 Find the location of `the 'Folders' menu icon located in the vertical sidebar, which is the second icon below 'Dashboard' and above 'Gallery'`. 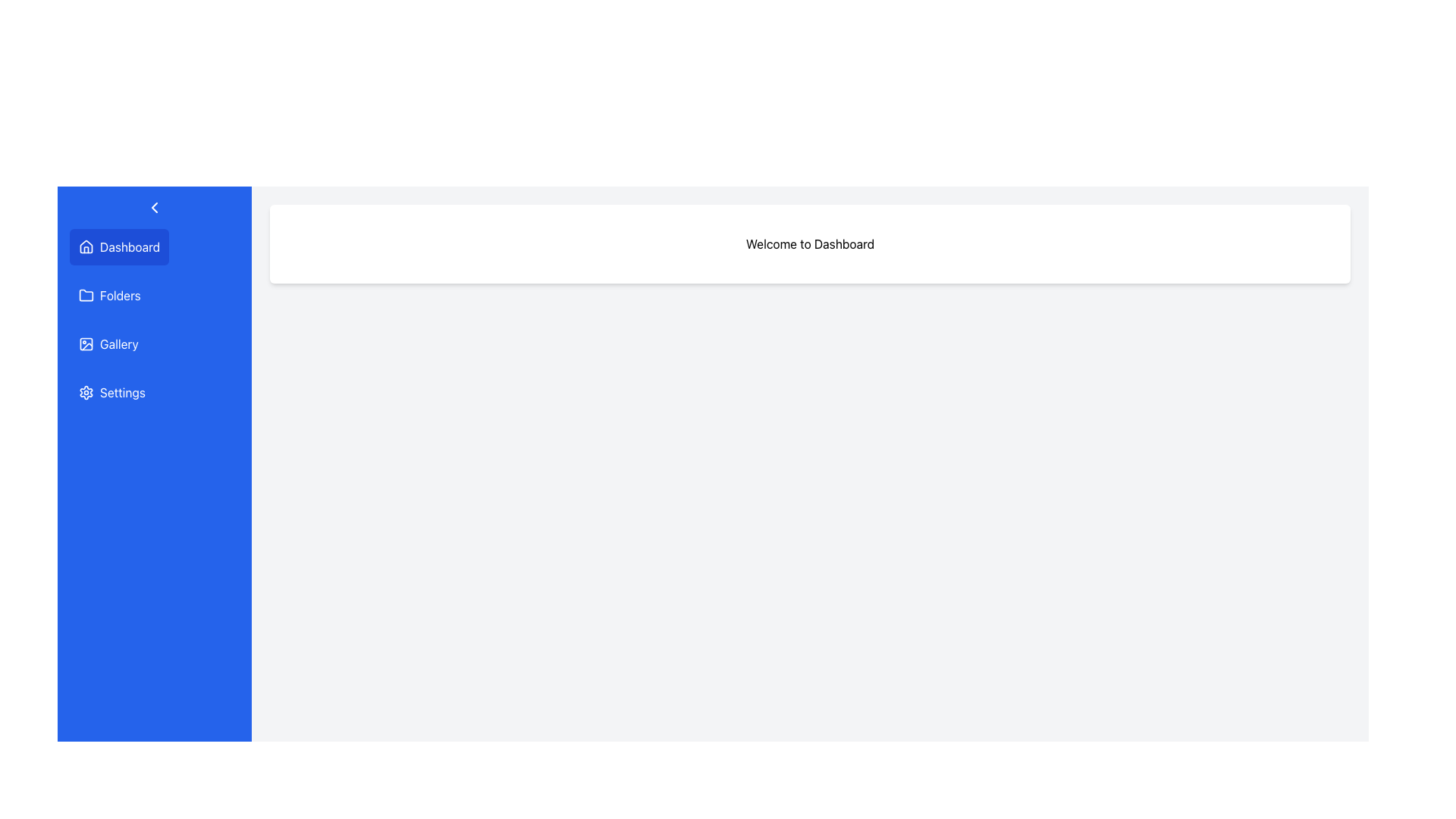

the 'Folders' menu icon located in the vertical sidebar, which is the second icon below 'Dashboard' and above 'Gallery' is located at coordinates (86, 295).